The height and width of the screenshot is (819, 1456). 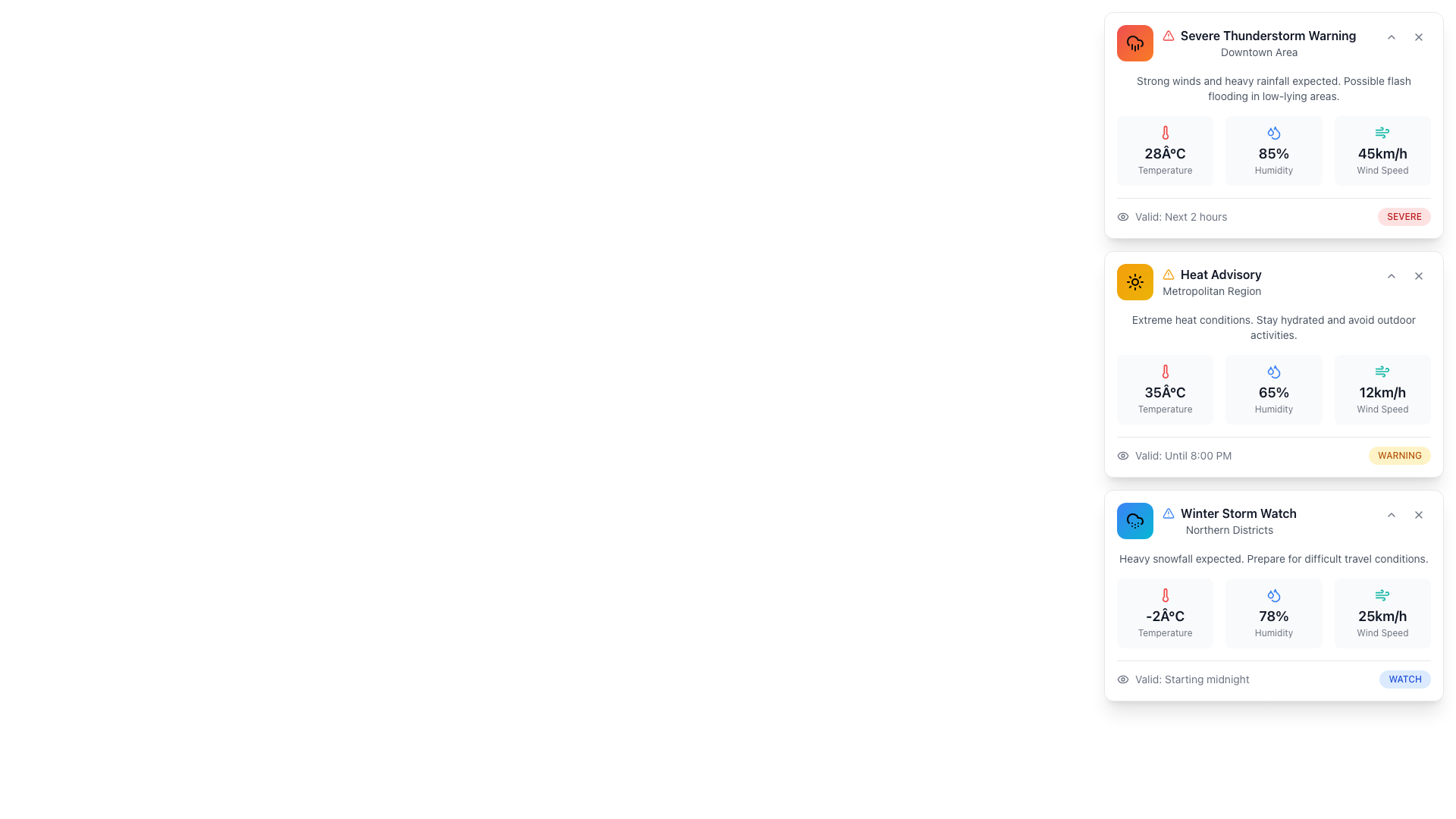 I want to click on the thermometer icon representing temperature-related information located in the 'Temperature' section of the 'Heat Advisory' card, which is the second card from the top, so click(x=1164, y=371).